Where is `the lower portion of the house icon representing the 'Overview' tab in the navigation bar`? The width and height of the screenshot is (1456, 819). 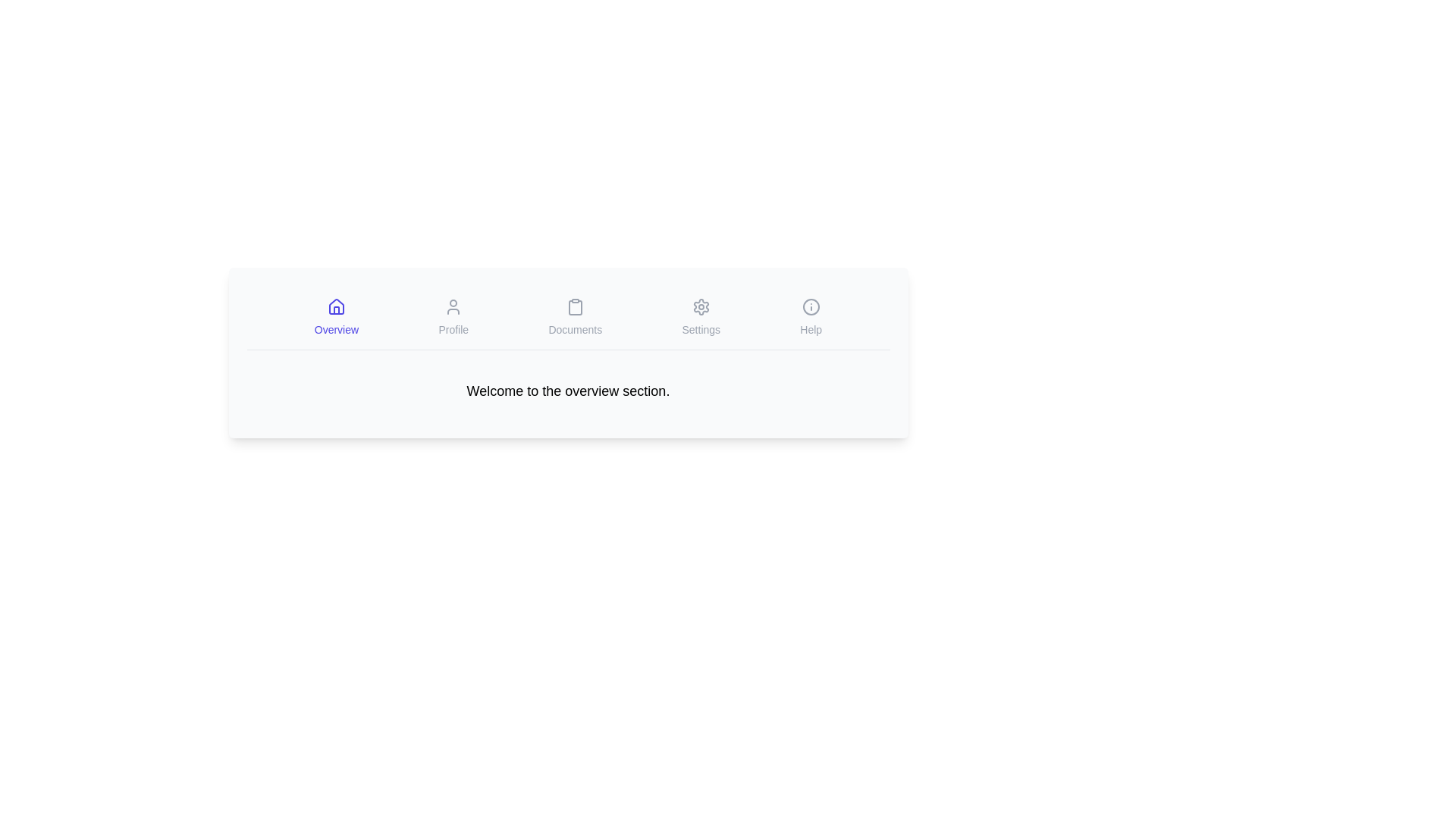 the lower portion of the house icon representing the 'Overview' tab in the navigation bar is located at coordinates (335, 309).